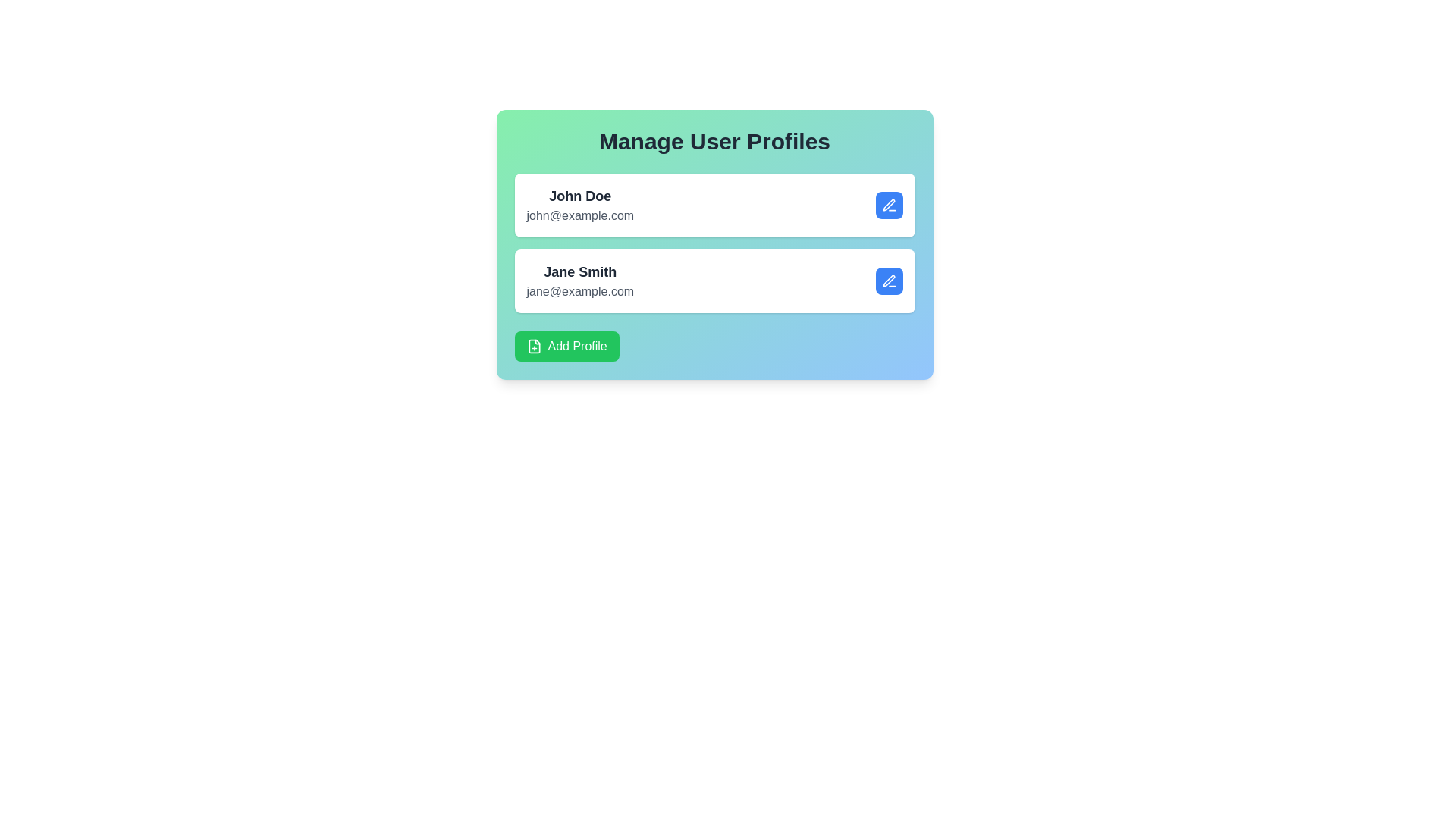 The height and width of the screenshot is (819, 1456). I want to click on the user name label displayed at the top-left corner of the first user profile card, which is positioned above the email address 'john@example.com', so click(579, 195).